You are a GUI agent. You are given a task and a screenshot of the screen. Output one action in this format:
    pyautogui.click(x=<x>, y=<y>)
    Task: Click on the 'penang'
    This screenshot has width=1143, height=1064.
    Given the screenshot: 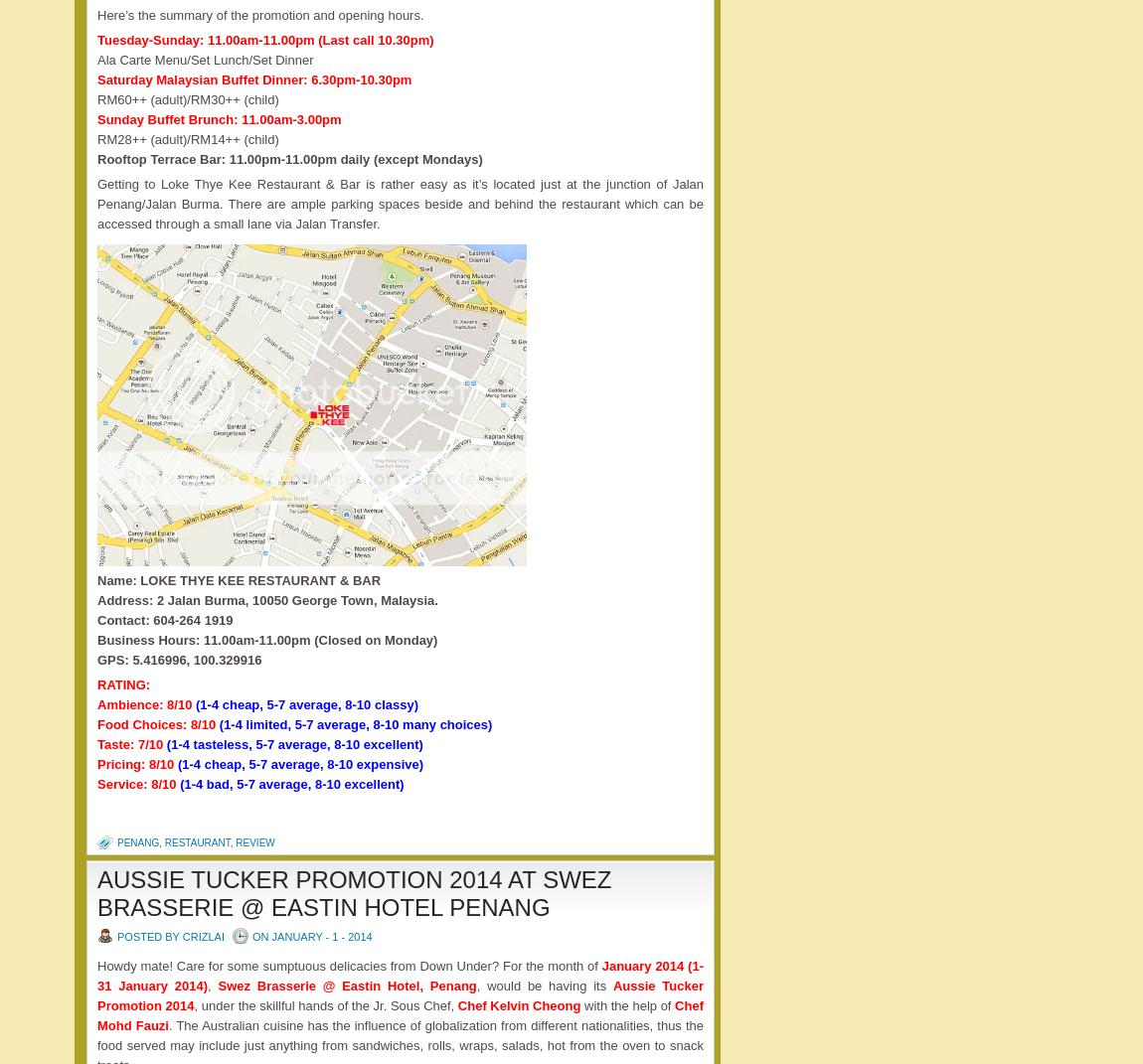 What is the action you would take?
    pyautogui.click(x=137, y=842)
    